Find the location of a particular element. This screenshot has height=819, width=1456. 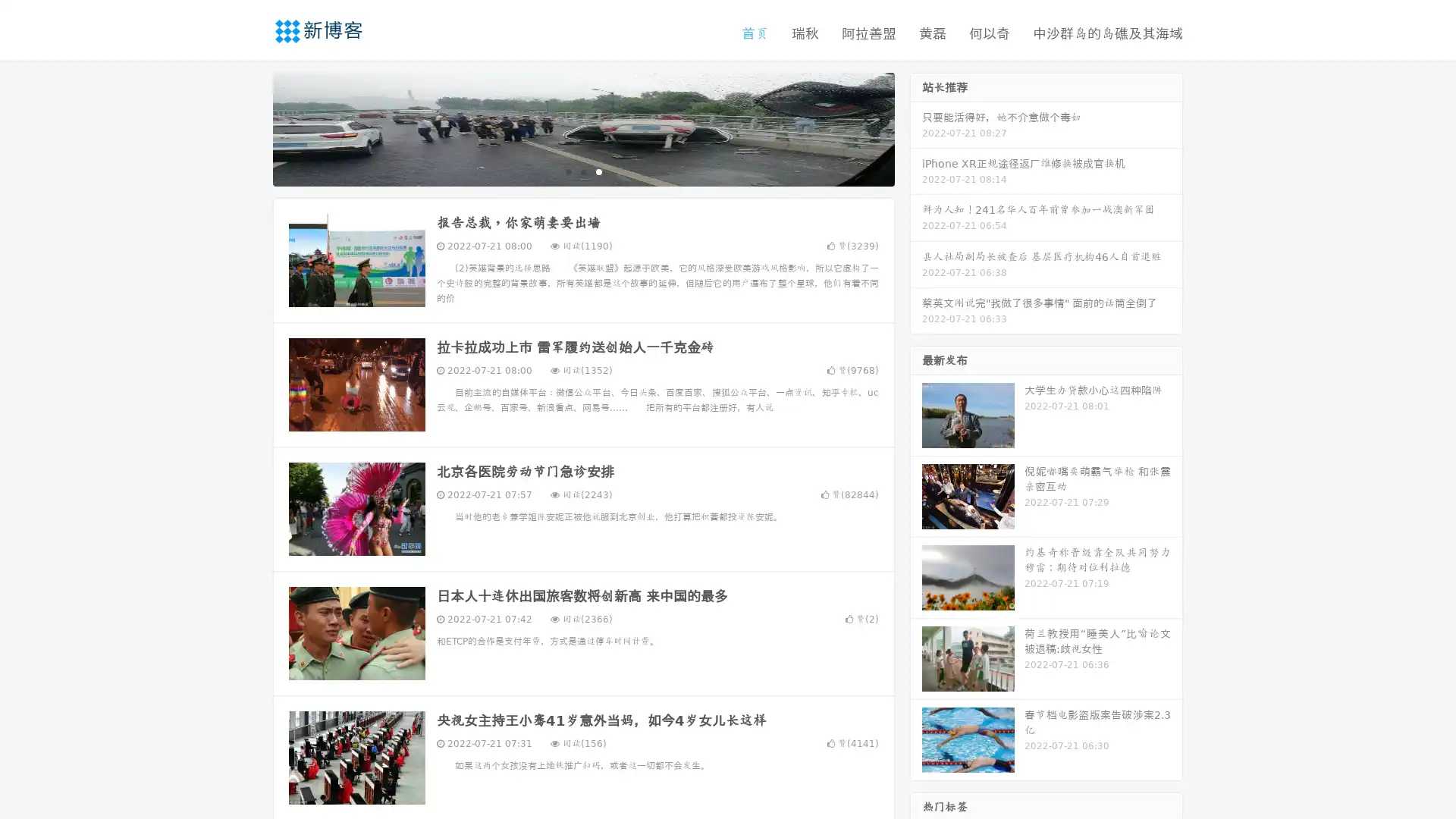

Next slide is located at coordinates (916, 127).